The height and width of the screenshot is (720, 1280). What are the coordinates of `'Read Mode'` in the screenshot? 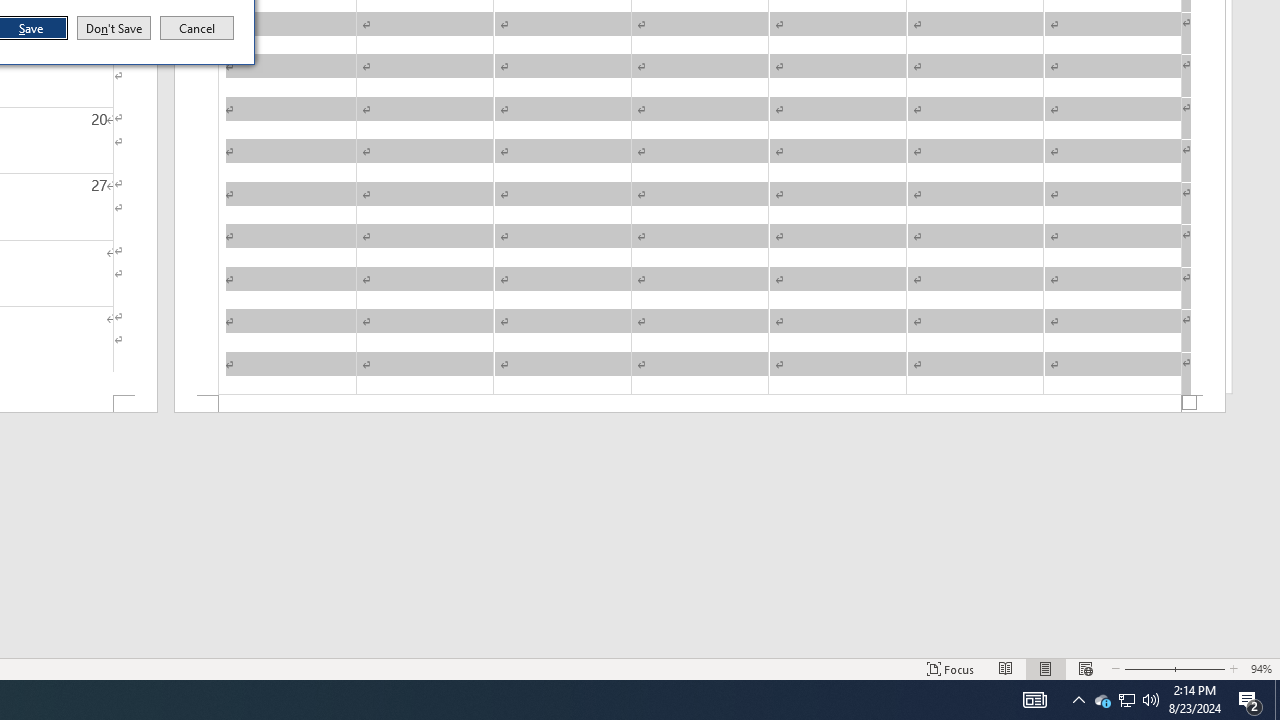 It's located at (1006, 669).